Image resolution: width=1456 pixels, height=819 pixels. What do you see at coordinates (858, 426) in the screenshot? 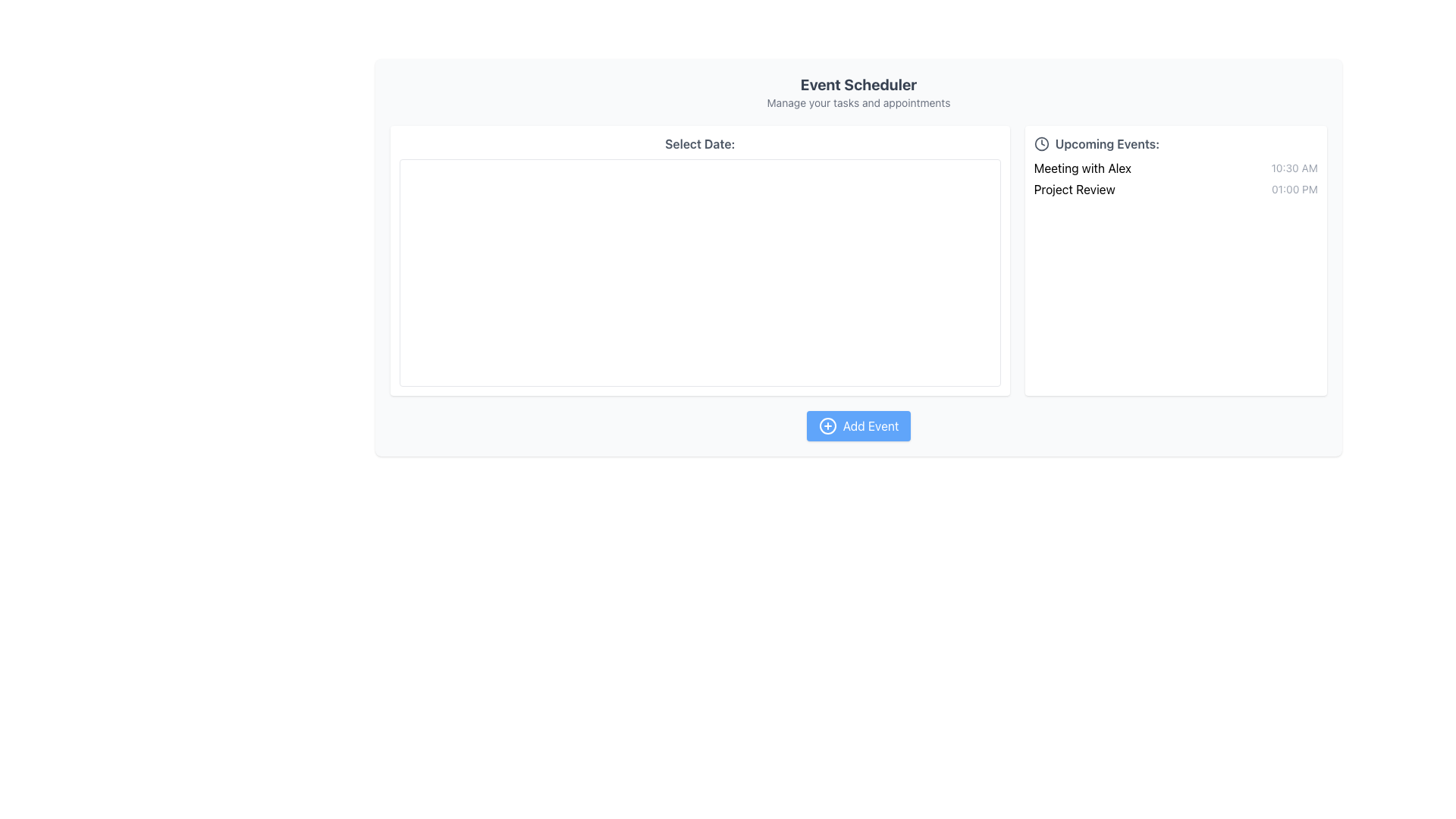
I see `the 'Add Event' button, which has a blue background, rounded corners, white text, and a plus icon, located at the bottom center of the 'Event Scheduler' section` at bounding box center [858, 426].